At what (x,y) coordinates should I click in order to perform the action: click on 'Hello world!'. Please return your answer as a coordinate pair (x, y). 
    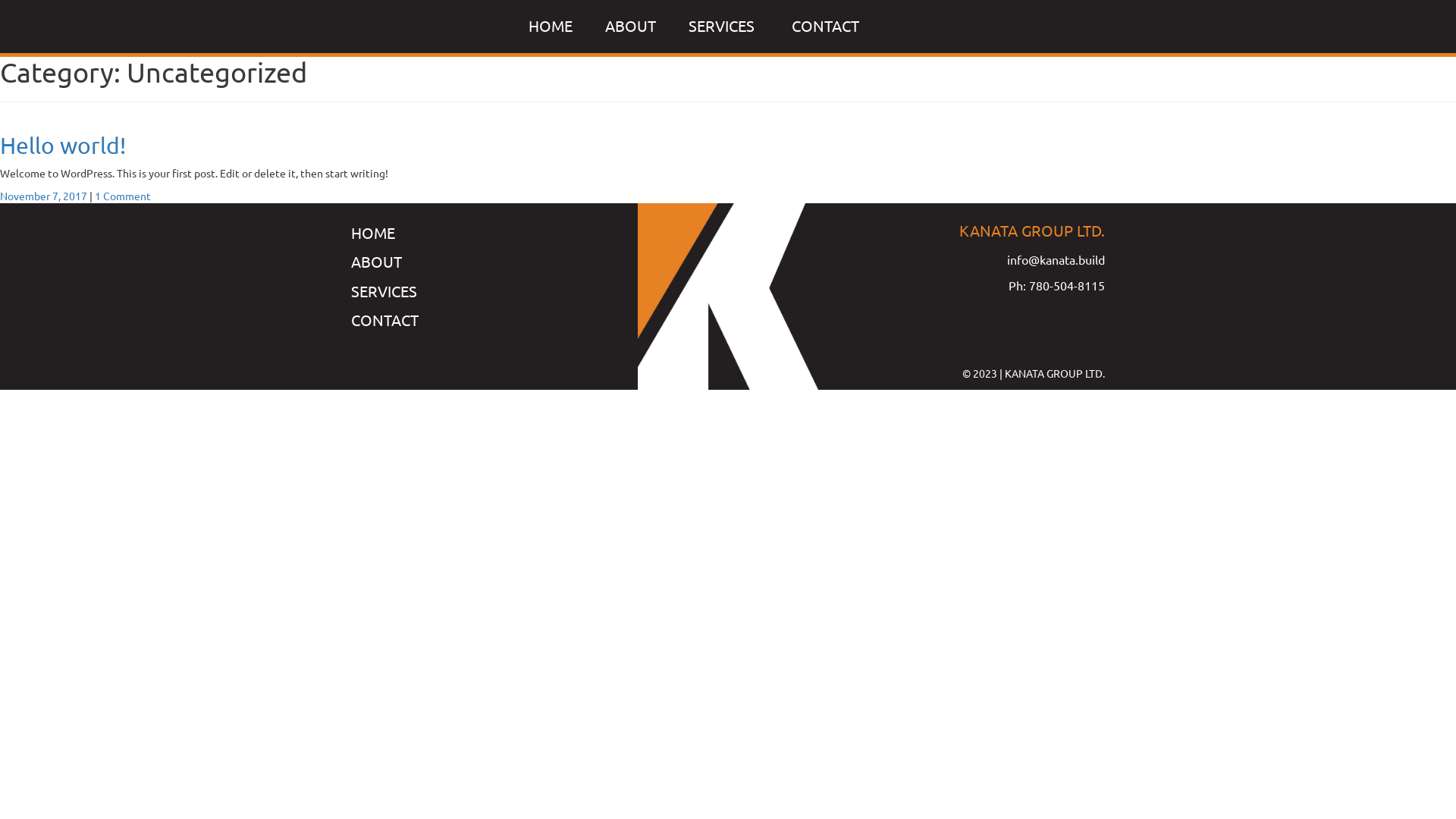
    Looking at the image, I should click on (61, 145).